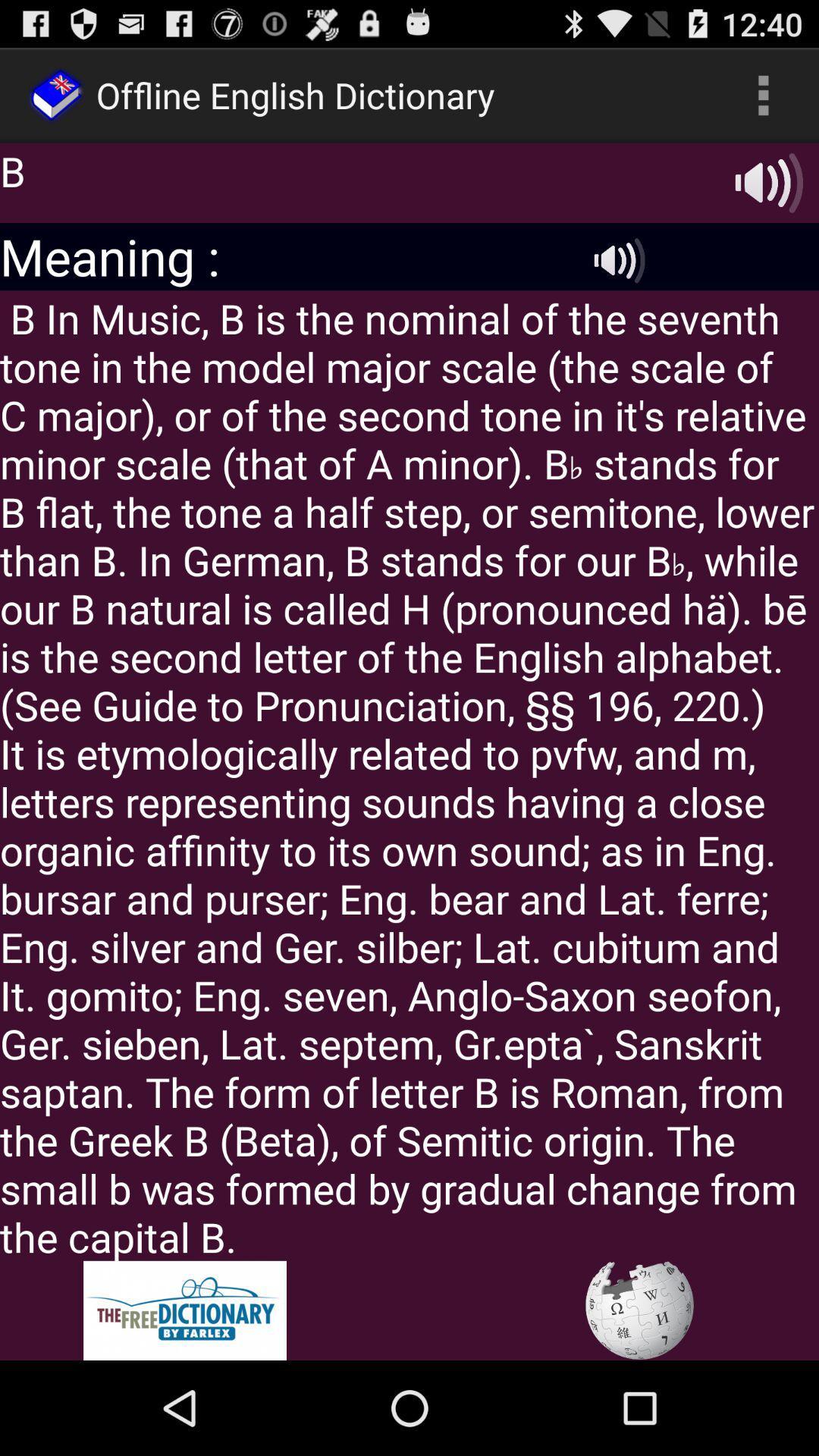 The height and width of the screenshot is (1456, 819). Describe the element at coordinates (763, 94) in the screenshot. I see `app to the right of the offline english dictionary item` at that location.